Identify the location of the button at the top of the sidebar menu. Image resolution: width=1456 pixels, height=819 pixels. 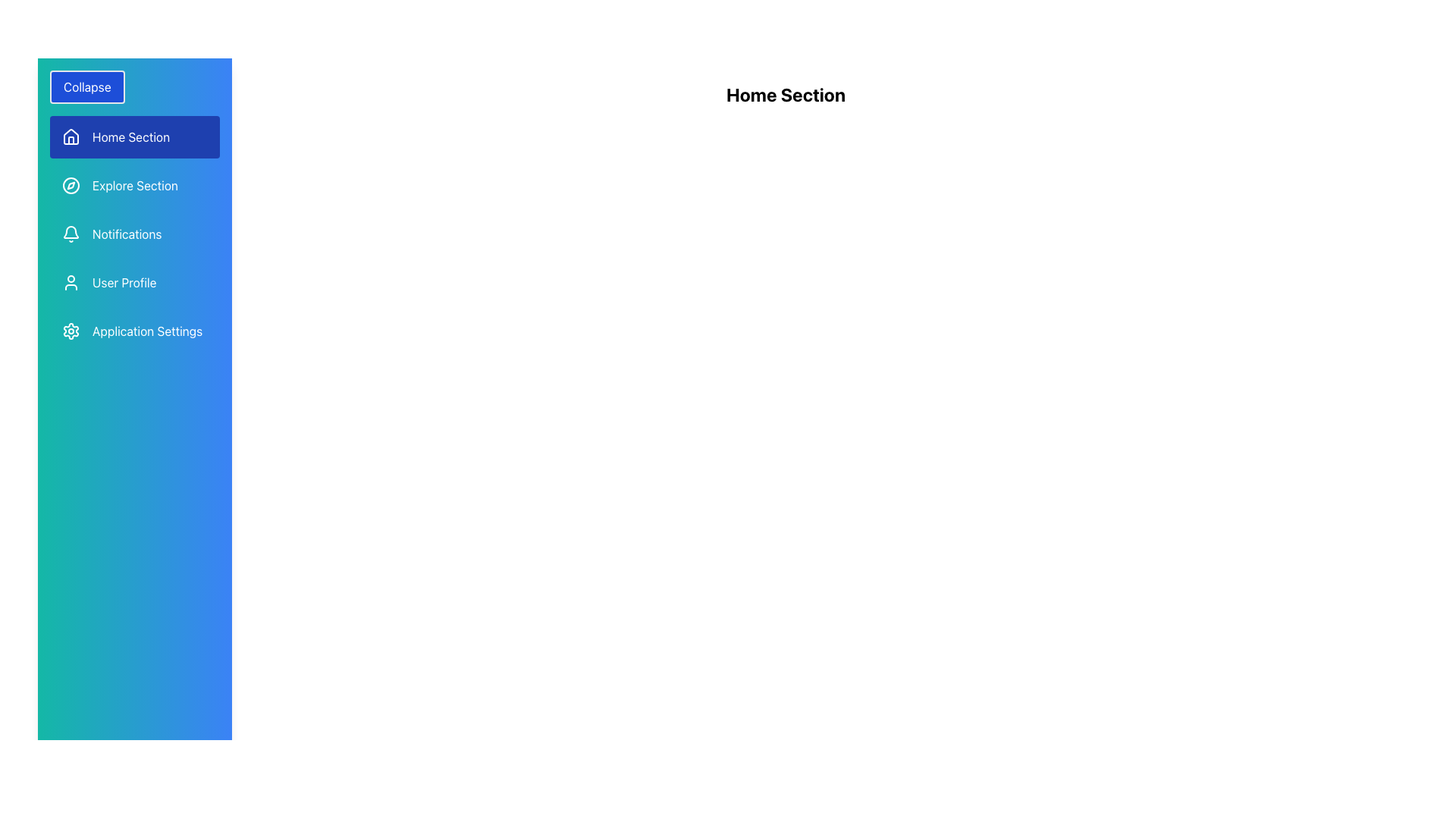
(86, 87).